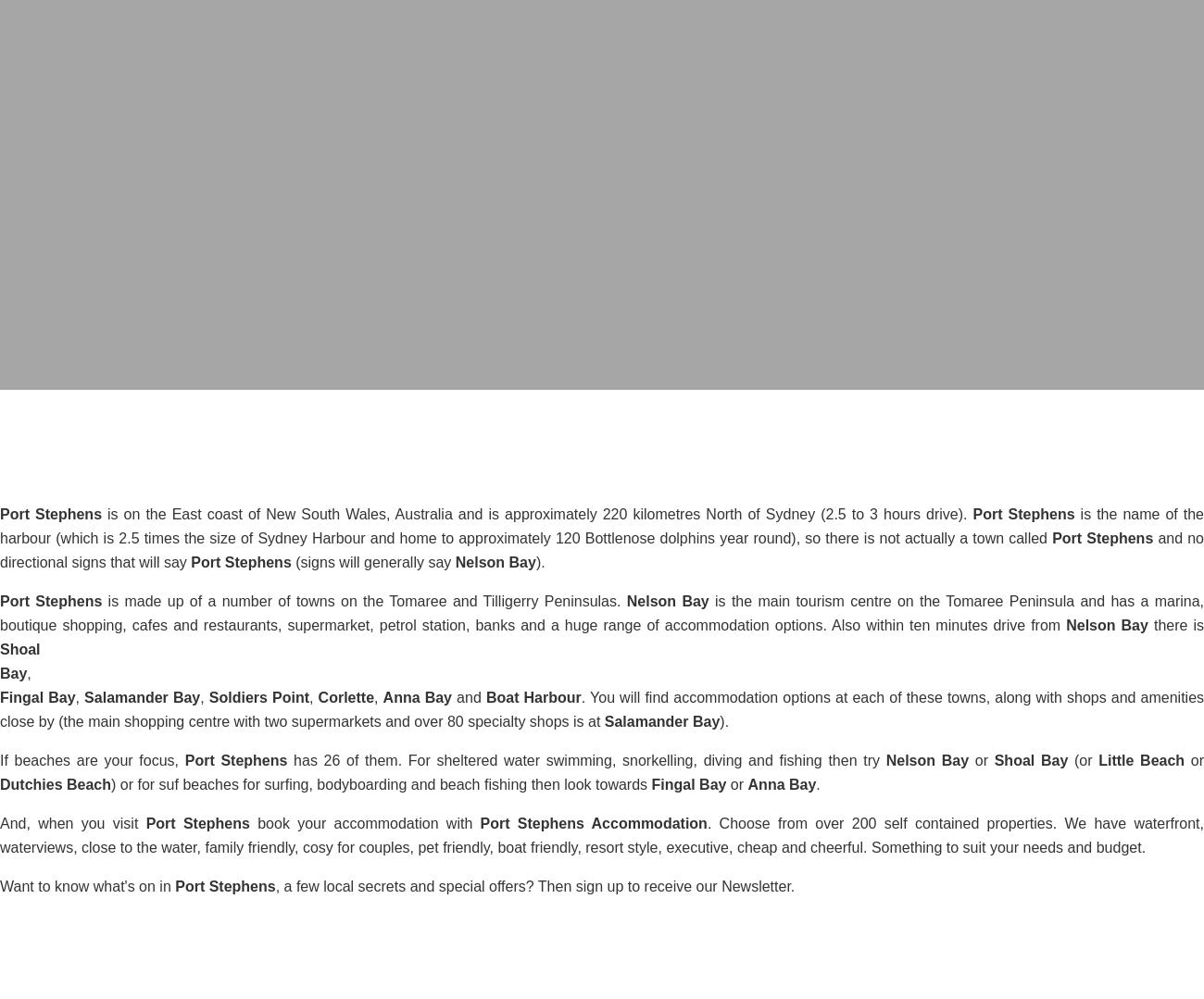 Image resolution: width=1204 pixels, height=999 pixels. I want to click on 'CHECK AVAILABILITY', so click(640, 252).